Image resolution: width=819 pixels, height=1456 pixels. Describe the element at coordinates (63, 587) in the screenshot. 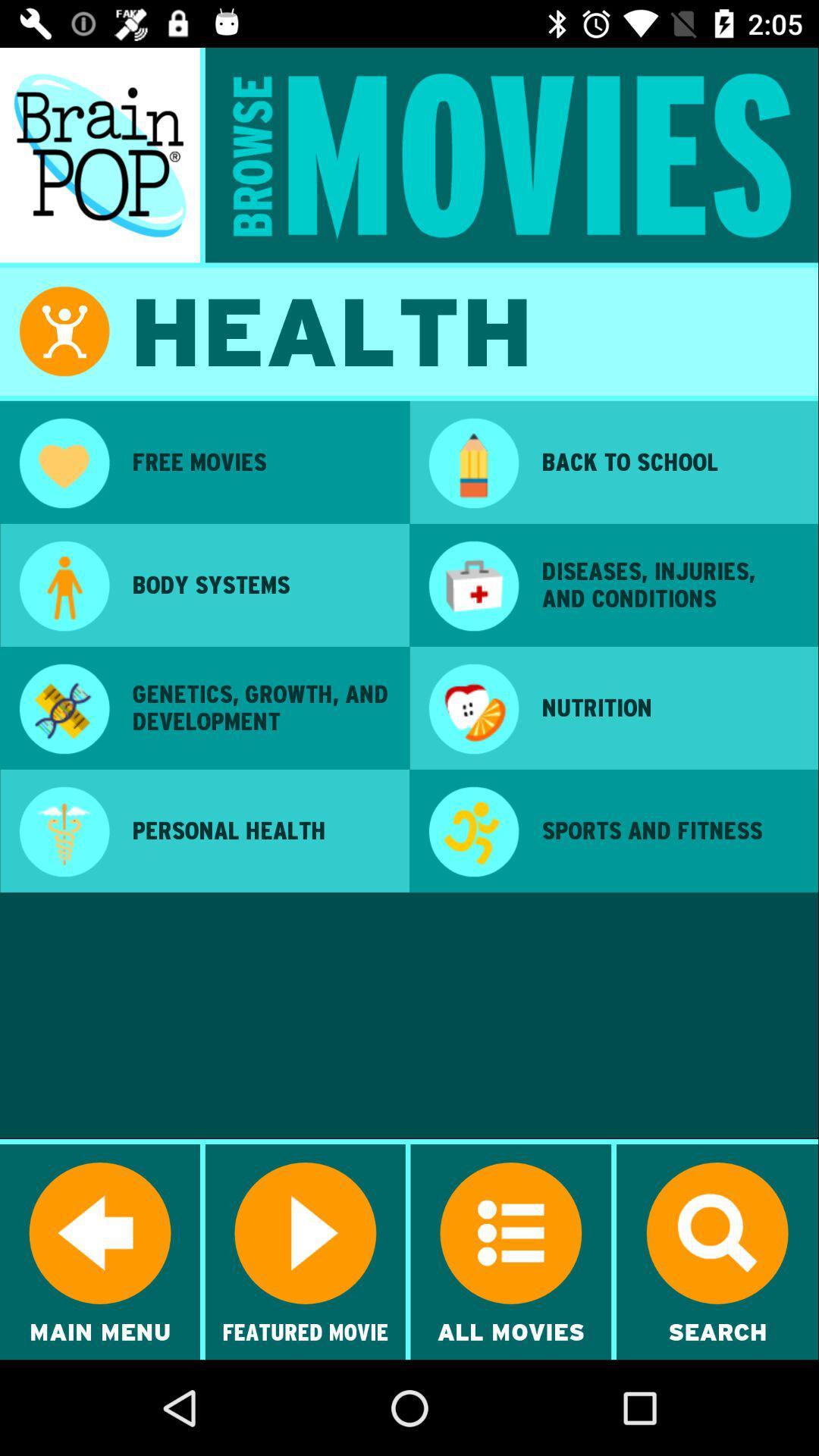

I see `the icon next to body systems app` at that location.